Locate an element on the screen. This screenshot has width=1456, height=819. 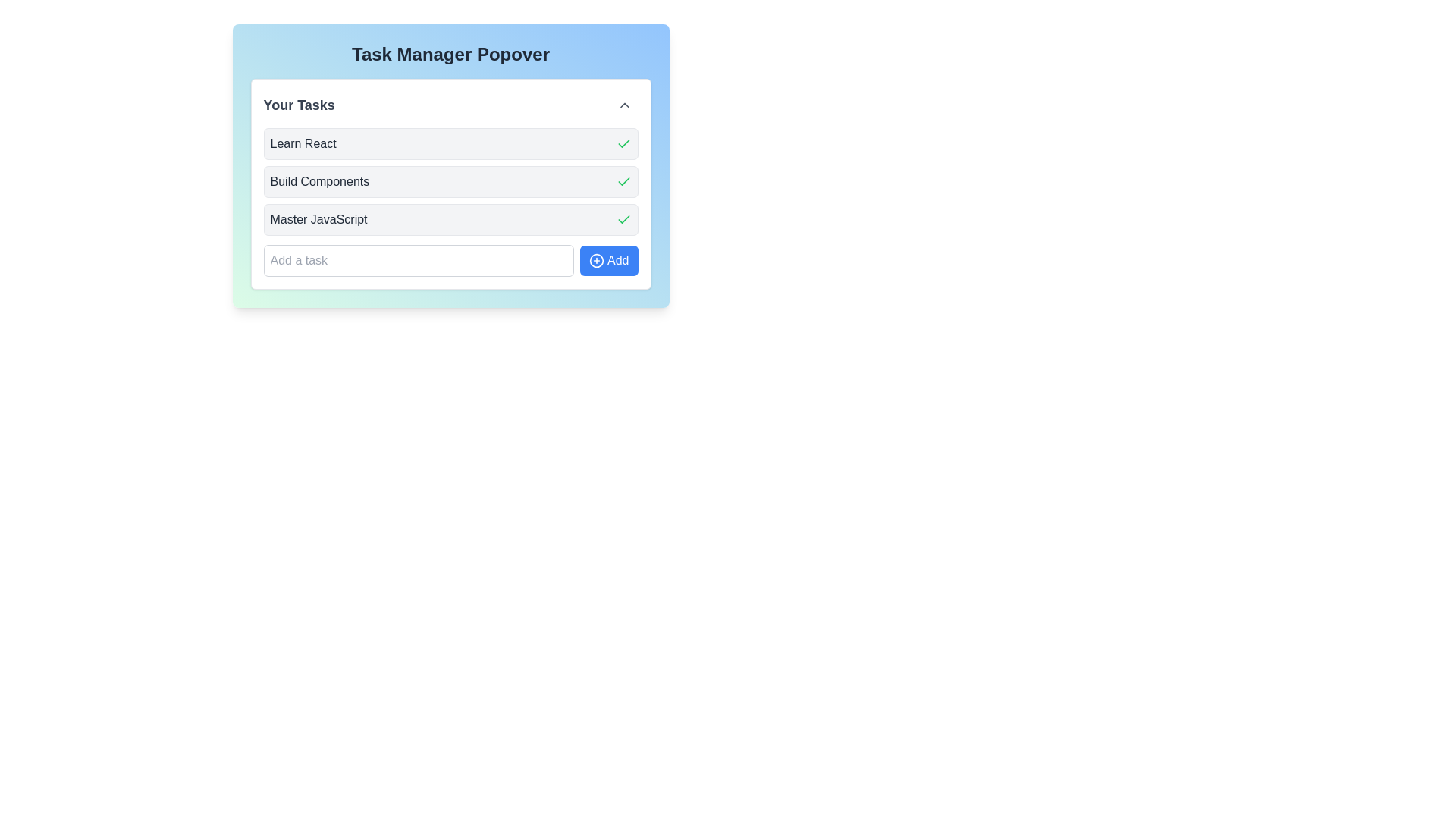
the green checkmark icon representing completion, which is aligned to the right of the 'Learn React' task is located at coordinates (623, 180).